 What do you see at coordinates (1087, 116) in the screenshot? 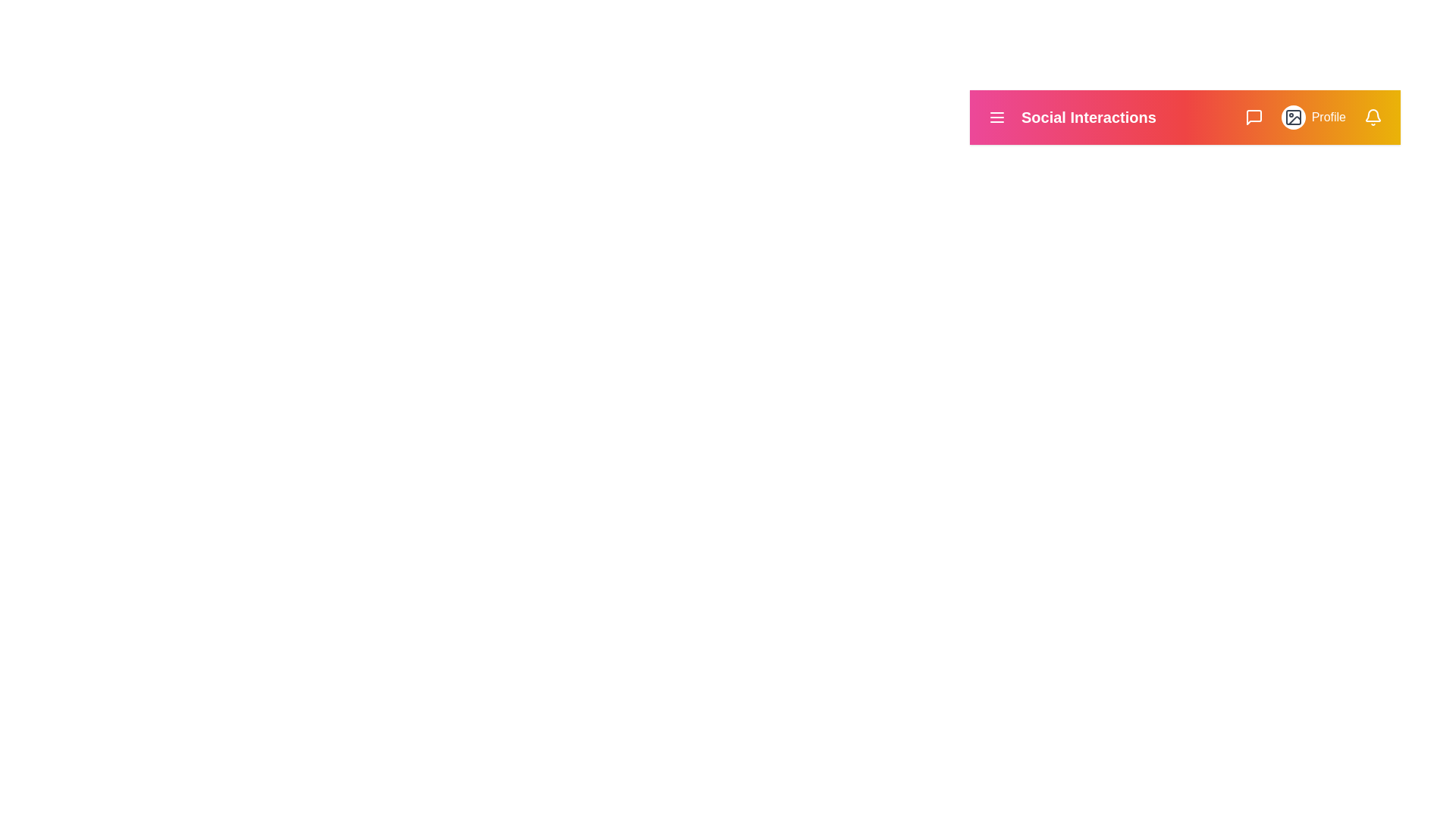
I see `the header text 'Social Interactions' to focus on it` at bounding box center [1087, 116].